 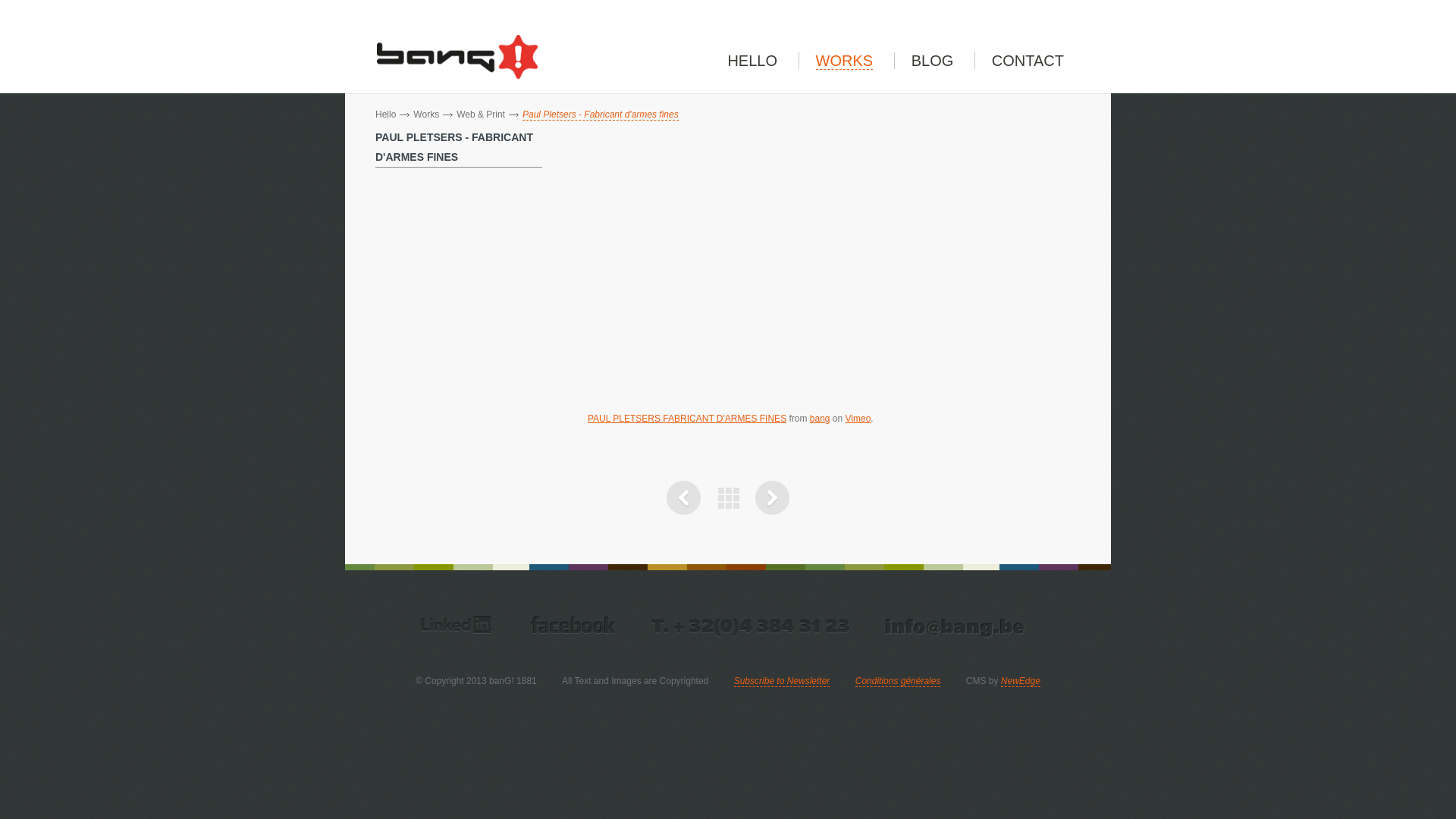 I want to click on 'bang', so click(x=809, y=418).